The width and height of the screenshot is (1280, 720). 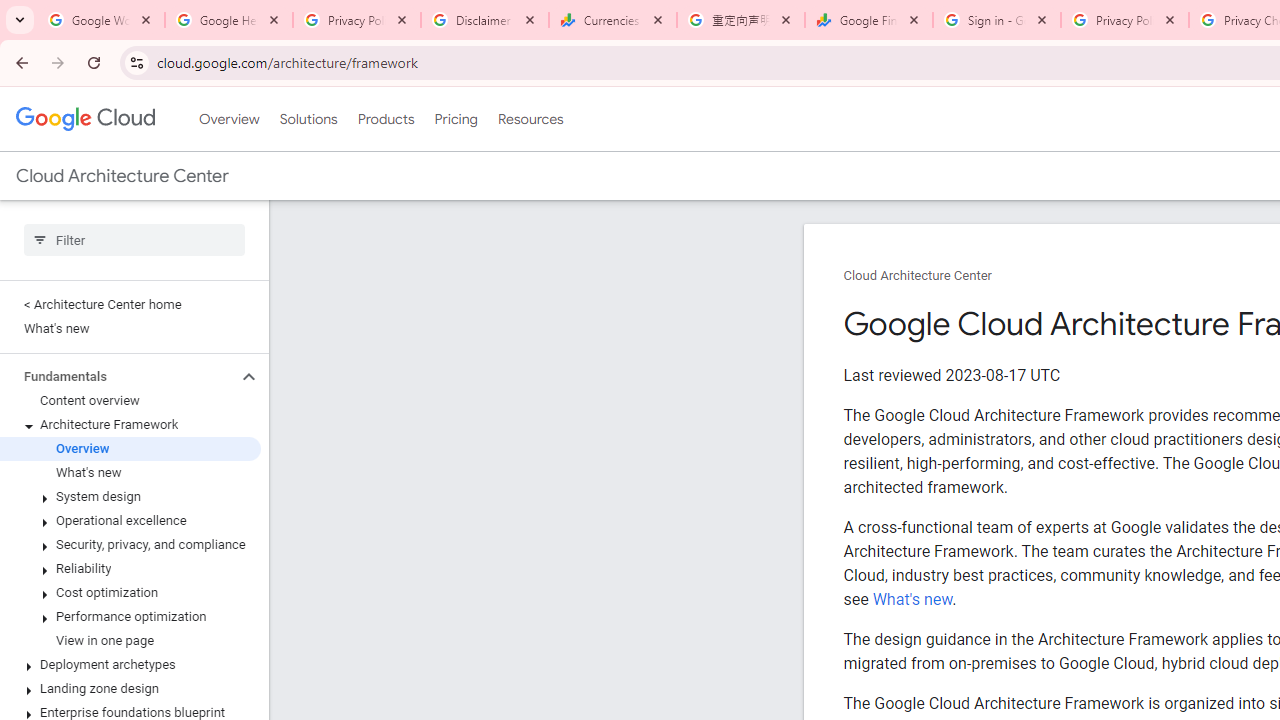 I want to click on 'Deployment archetypes', so click(x=129, y=664).